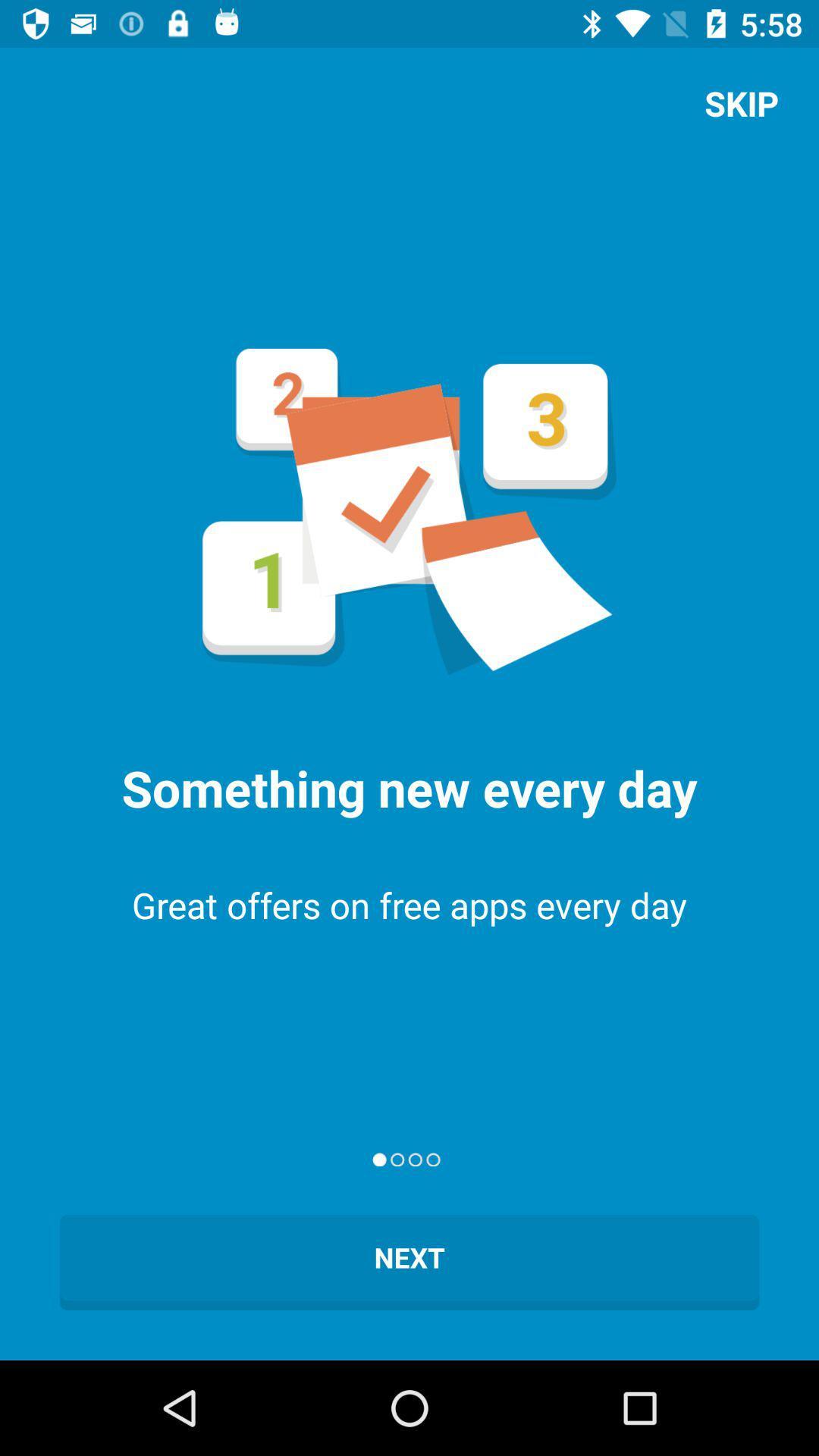 The width and height of the screenshot is (819, 1456). Describe the element at coordinates (409, 1263) in the screenshot. I see `the next button` at that location.